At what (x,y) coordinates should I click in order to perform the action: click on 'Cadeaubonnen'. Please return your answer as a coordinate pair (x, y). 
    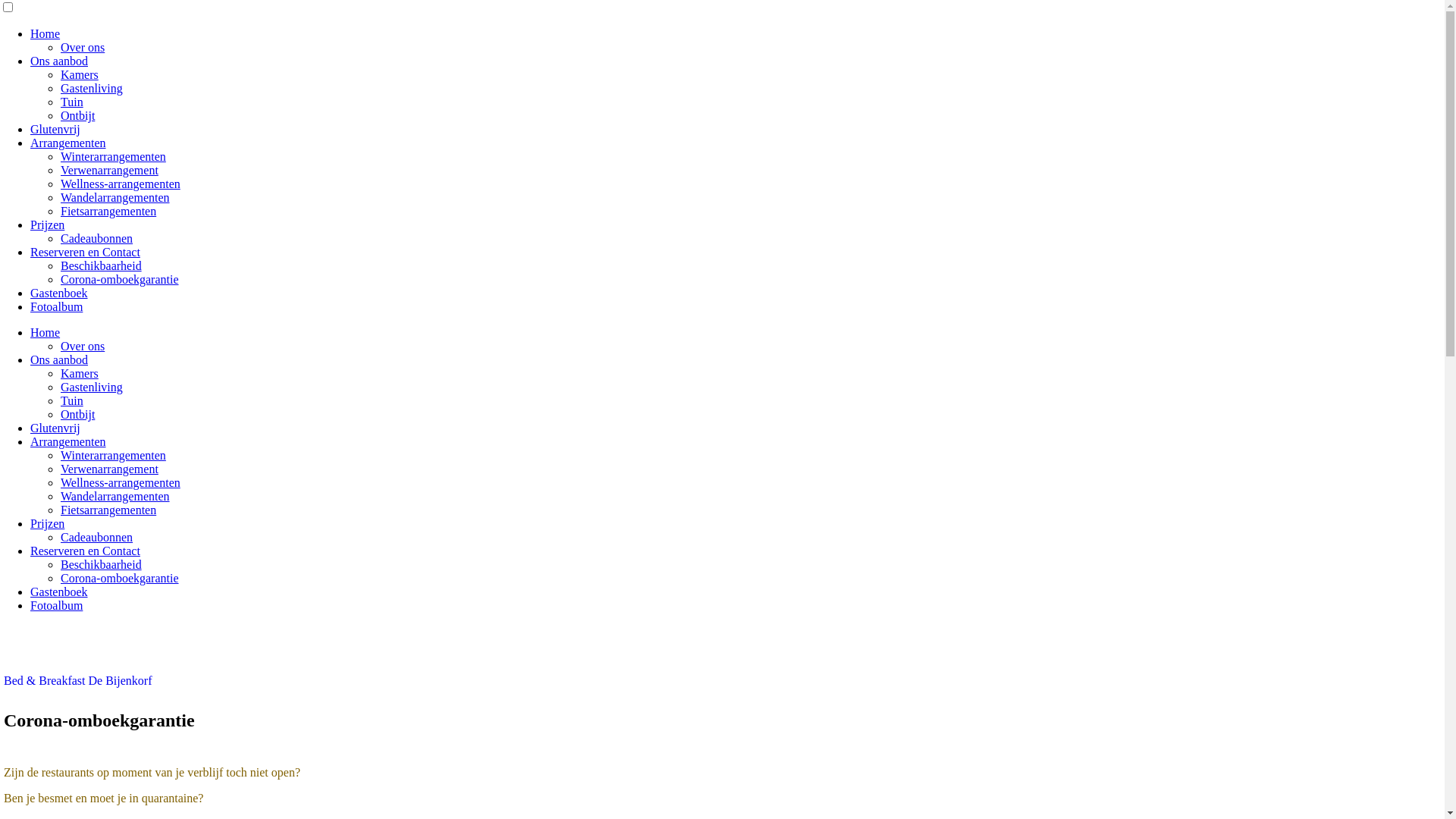
    Looking at the image, I should click on (96, 536).